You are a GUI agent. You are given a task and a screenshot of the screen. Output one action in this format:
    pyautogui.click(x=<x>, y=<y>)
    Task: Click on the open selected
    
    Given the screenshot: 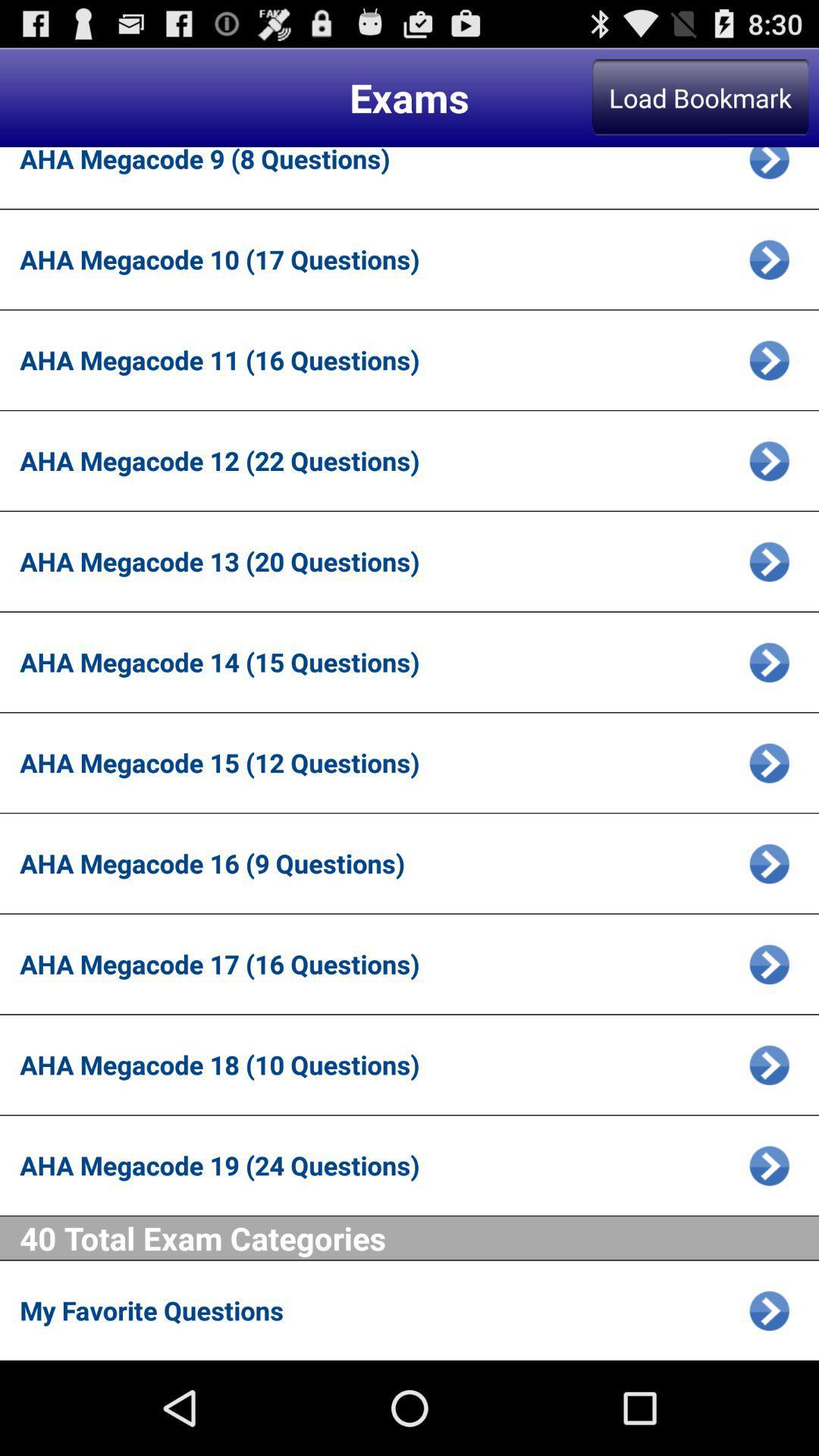 What is the action you would take?
    pyautogui.click(x=769, y=1310)
    